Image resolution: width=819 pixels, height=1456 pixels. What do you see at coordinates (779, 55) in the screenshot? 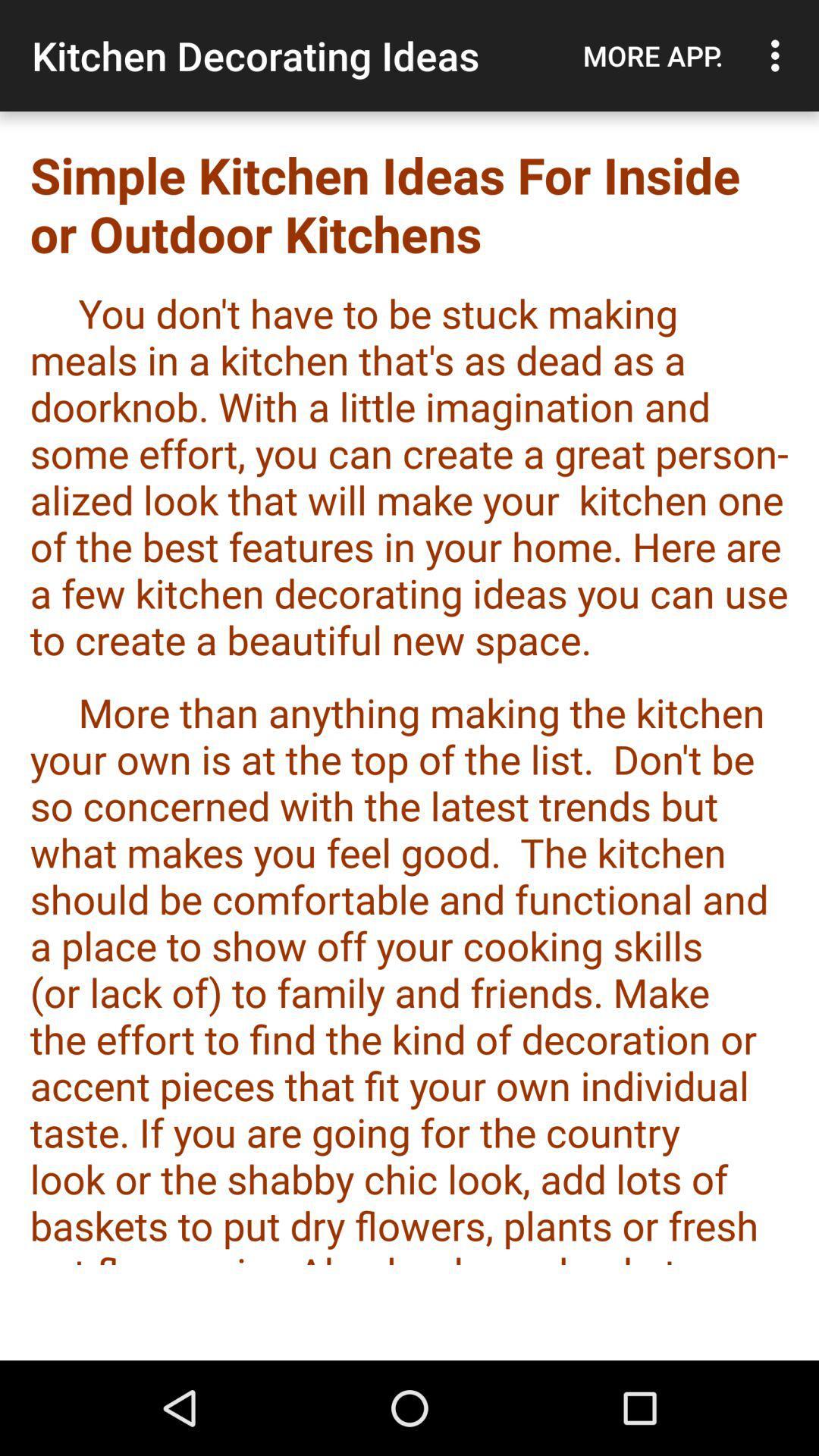
I see `item to the right of more app. icon` at bounding box center [779, 55].